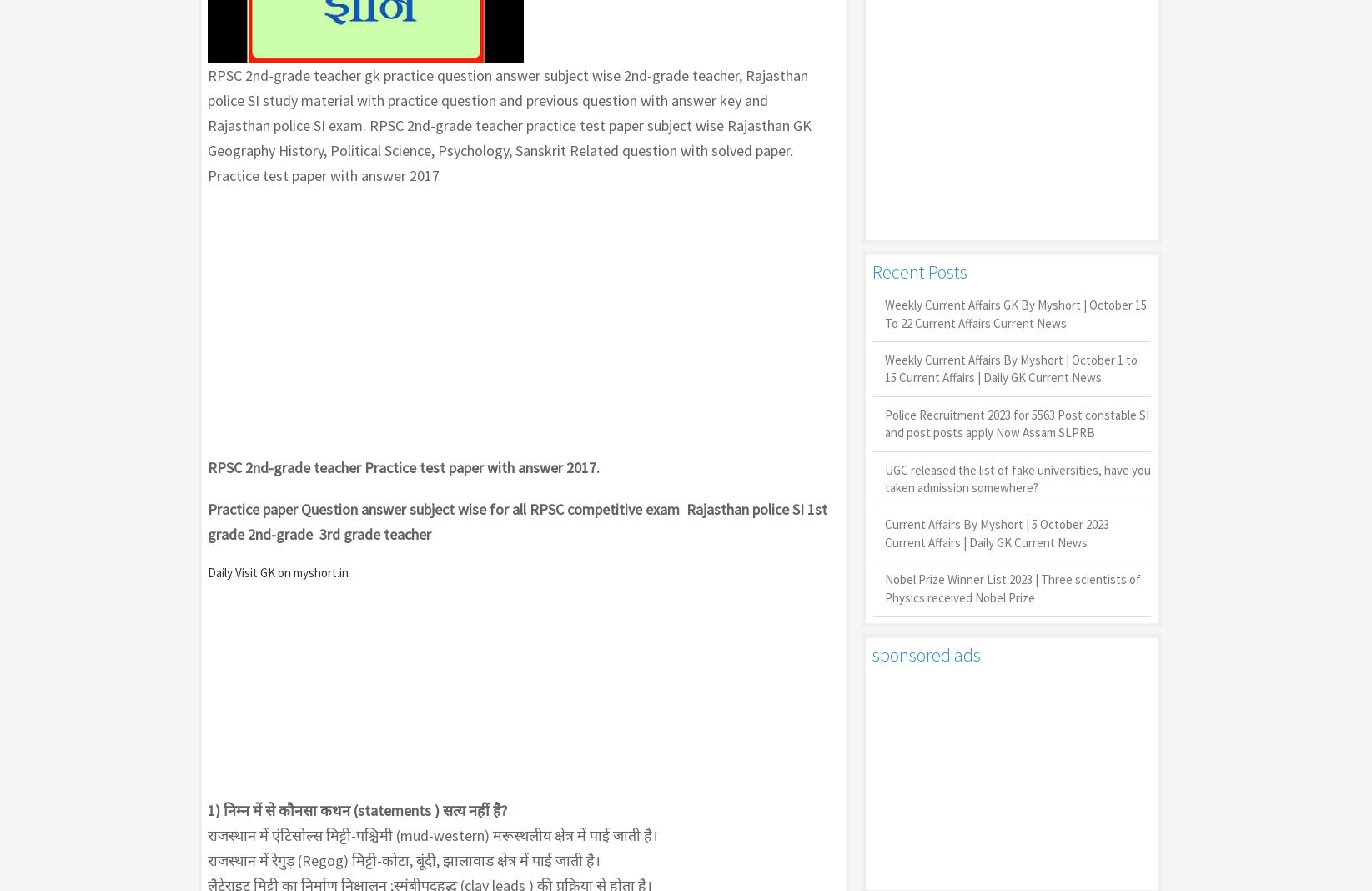 The image size is (1372, 891). What do you see at coordinates (207, 572) in the screenshot?
I see `'Daily Visit GK on myshort.in'` at bounding box center [207, 572].